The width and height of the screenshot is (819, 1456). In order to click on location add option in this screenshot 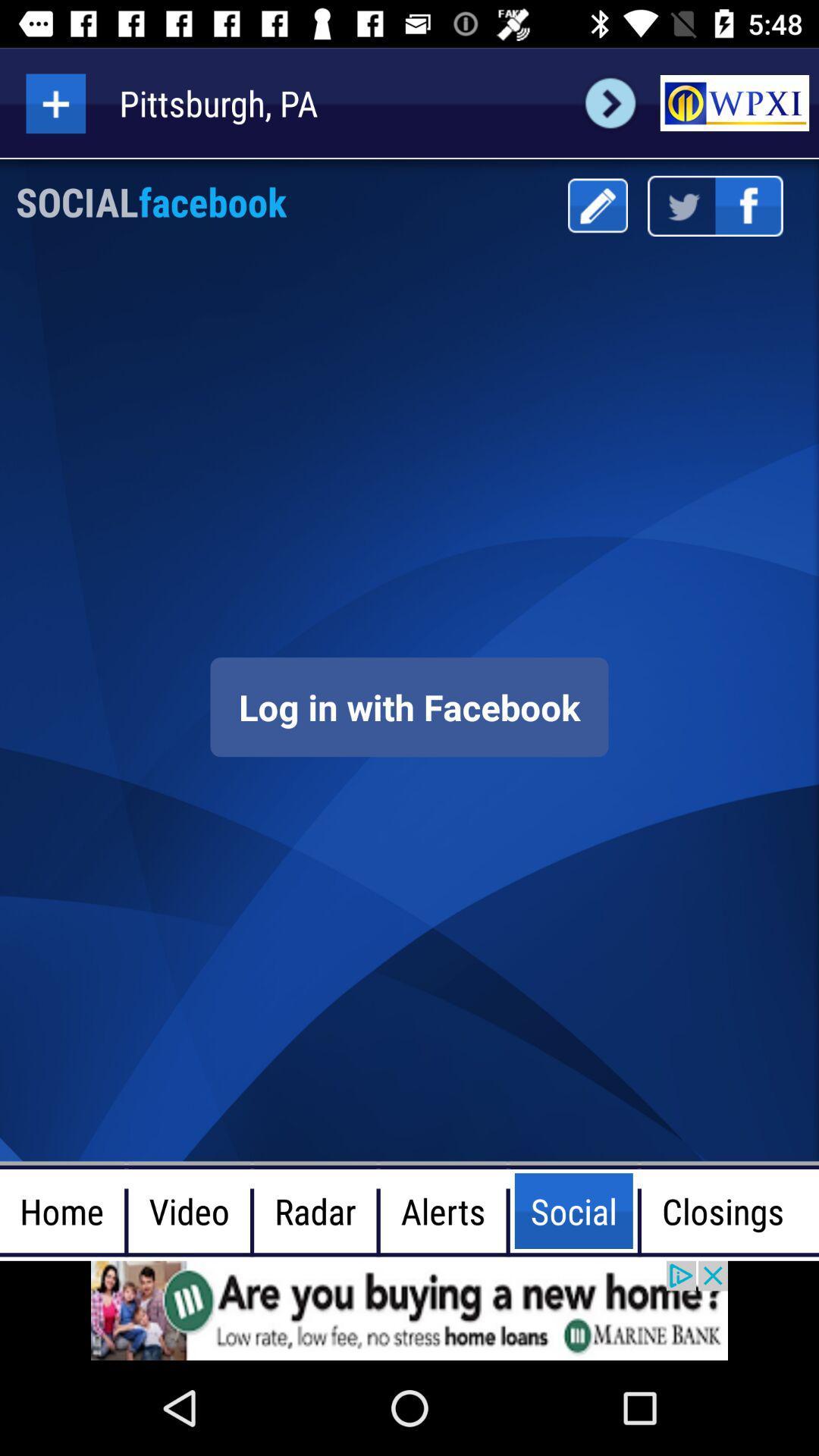, I will do `click(55, 102)`.